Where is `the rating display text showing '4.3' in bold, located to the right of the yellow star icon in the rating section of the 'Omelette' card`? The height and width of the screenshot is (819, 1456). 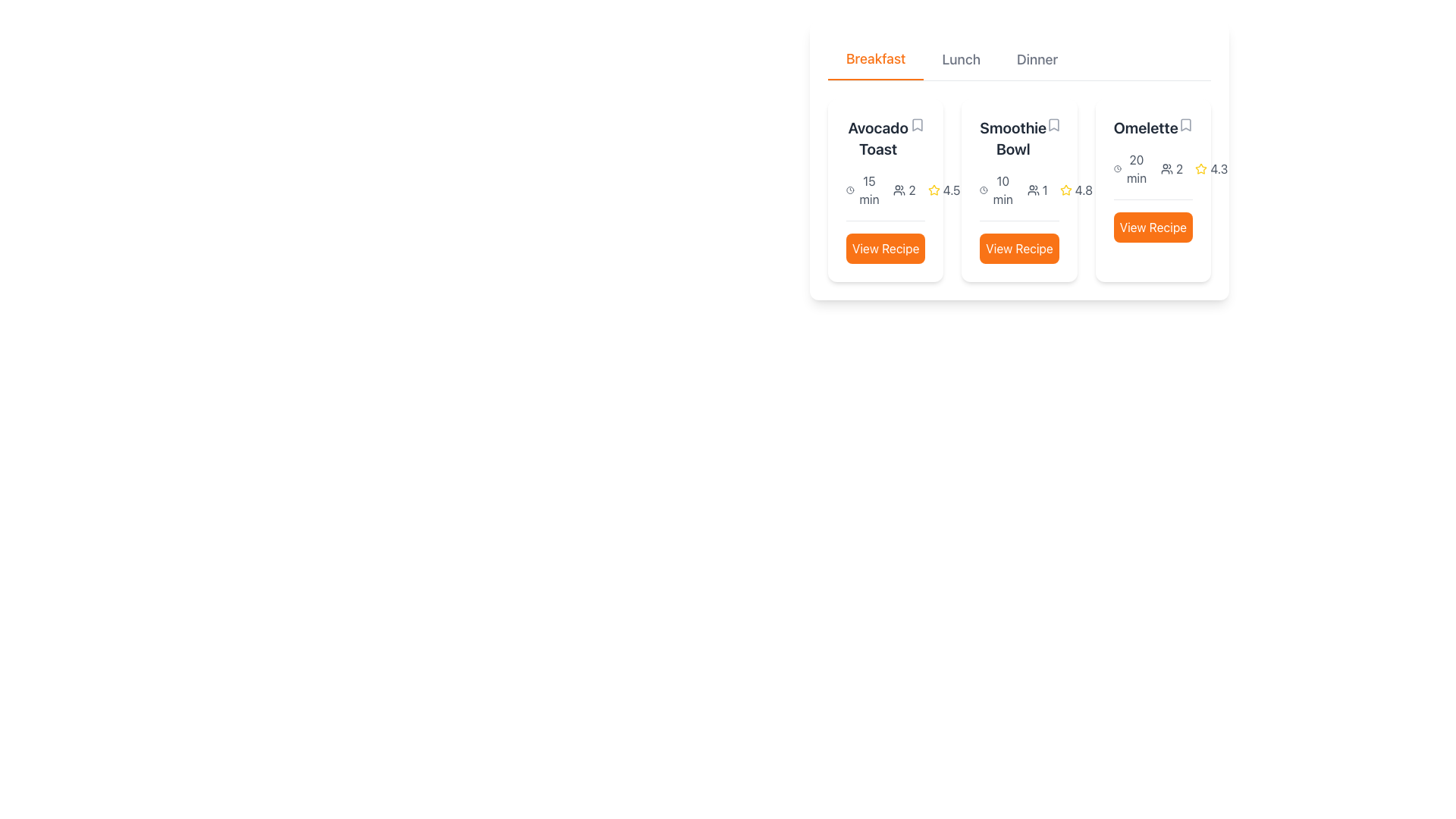 the rating display text showing '4.3' in bold, located to the right of the yellow star icon in the rating section of the 'Omelette' card is located at coordinates (1219, 169).